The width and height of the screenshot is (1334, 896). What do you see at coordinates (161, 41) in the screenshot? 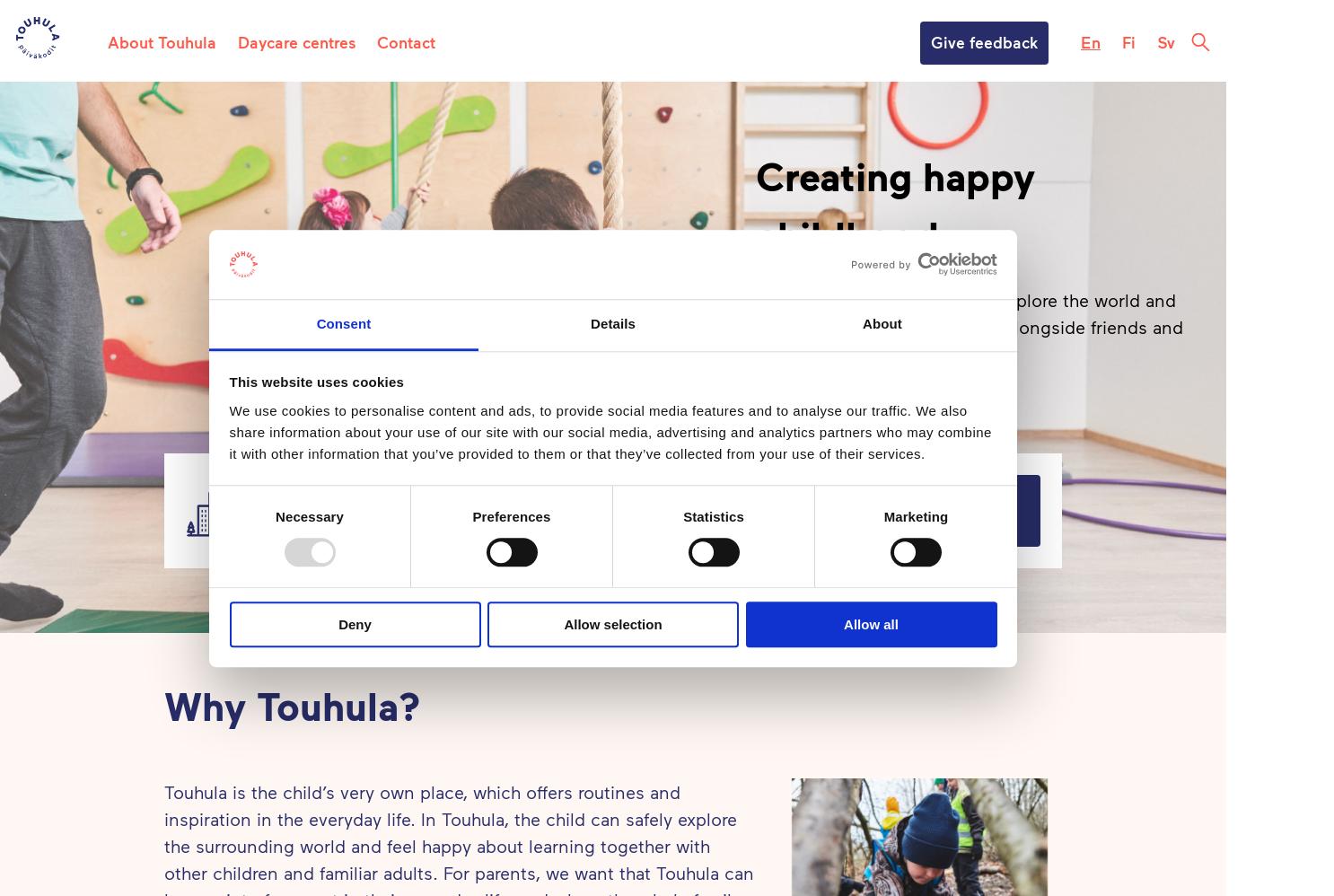
I see `'About Touhula'` at bounding box center [161, 41].